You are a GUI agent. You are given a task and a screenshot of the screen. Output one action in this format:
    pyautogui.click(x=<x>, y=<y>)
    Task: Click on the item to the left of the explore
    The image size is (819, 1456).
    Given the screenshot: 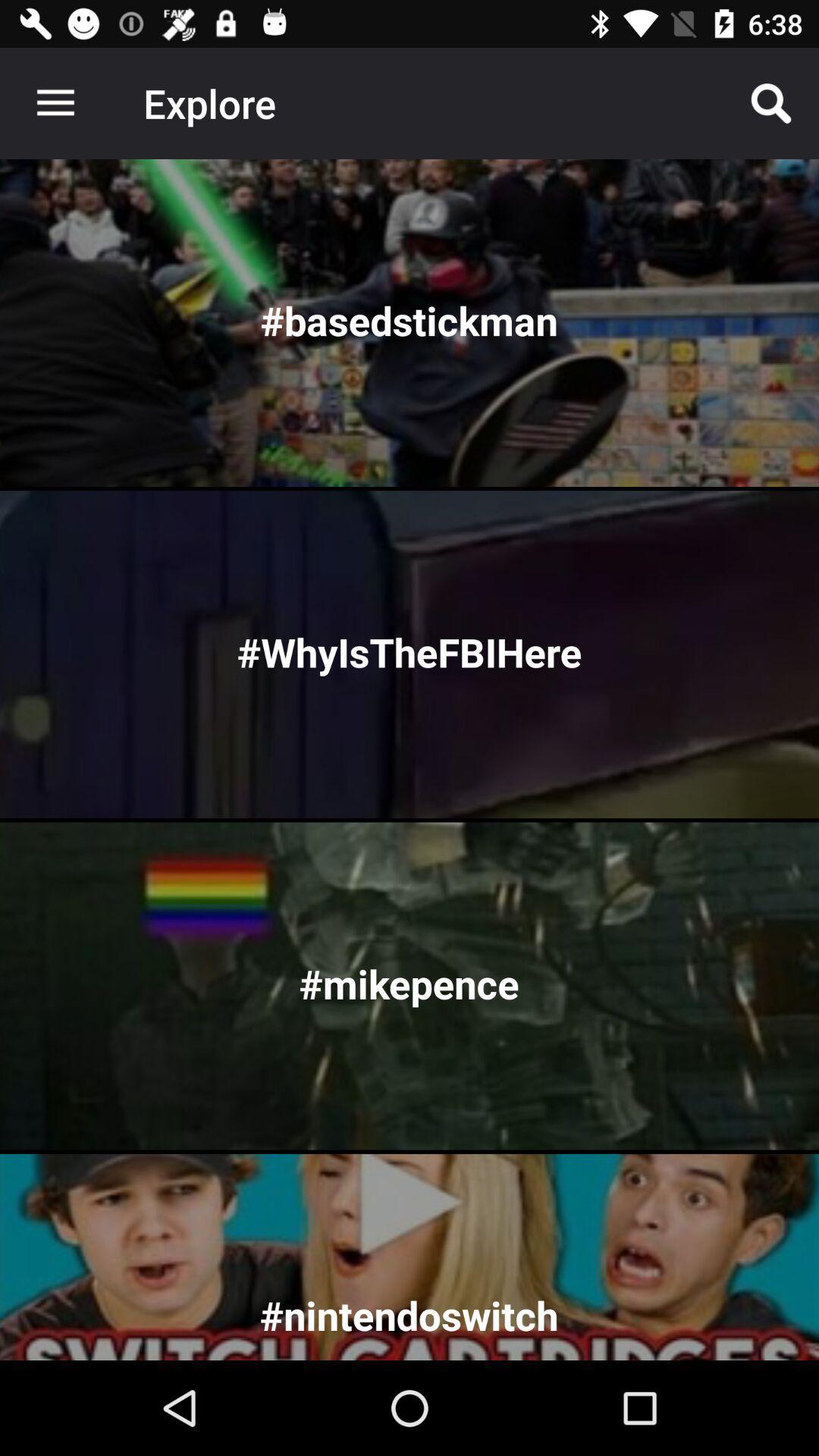 What is the action you would take?
    pyautogui.click(x=55, y=102)
    